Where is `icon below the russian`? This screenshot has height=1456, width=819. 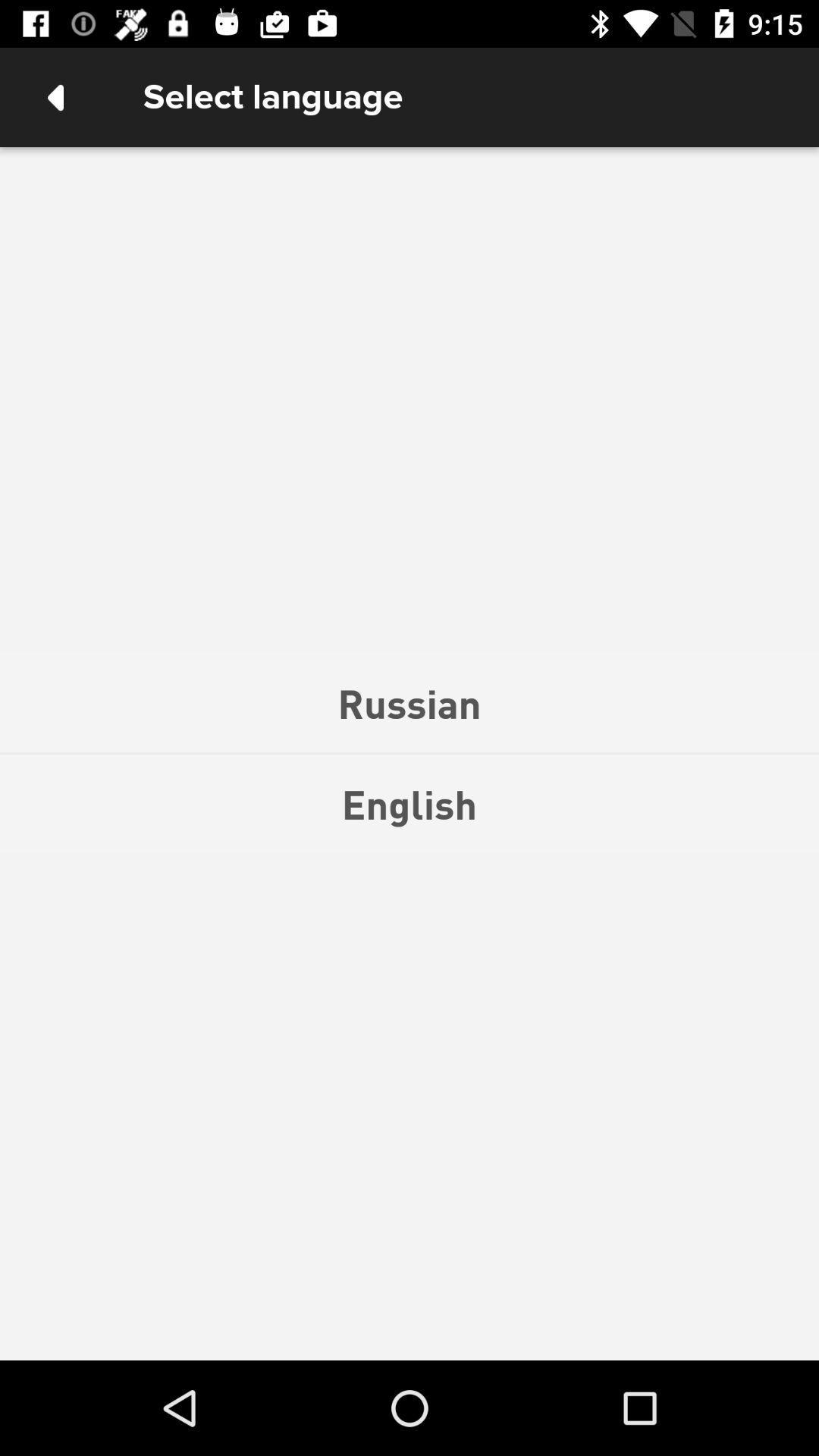
icon below the russian is located at coordinates (409, 803).